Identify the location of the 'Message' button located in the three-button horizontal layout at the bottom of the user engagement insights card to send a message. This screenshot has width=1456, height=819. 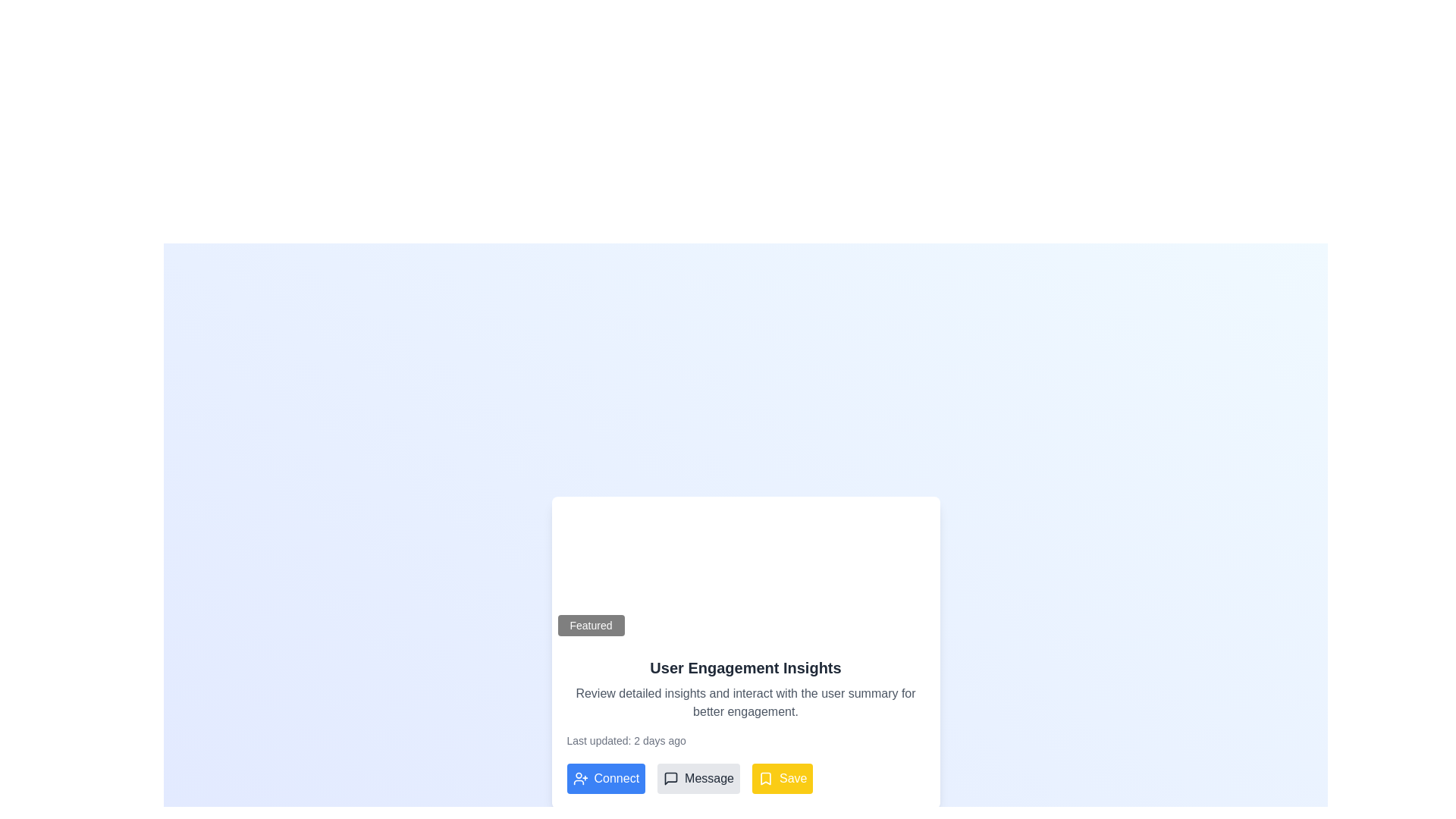
(745, 778).